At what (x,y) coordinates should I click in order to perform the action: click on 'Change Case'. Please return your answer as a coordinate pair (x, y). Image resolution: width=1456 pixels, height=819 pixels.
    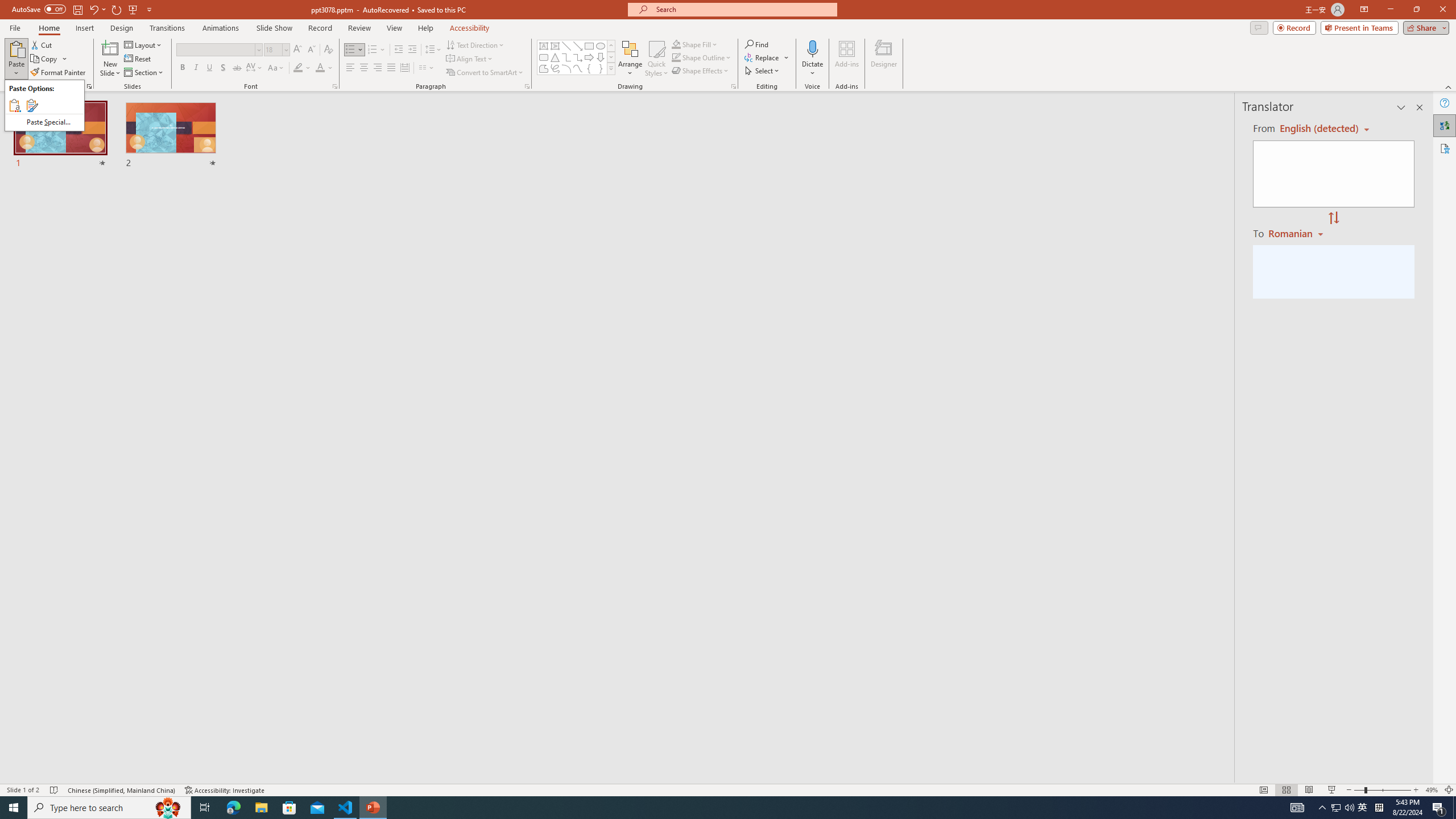
    Looking at the image, I should click on (276, 67).